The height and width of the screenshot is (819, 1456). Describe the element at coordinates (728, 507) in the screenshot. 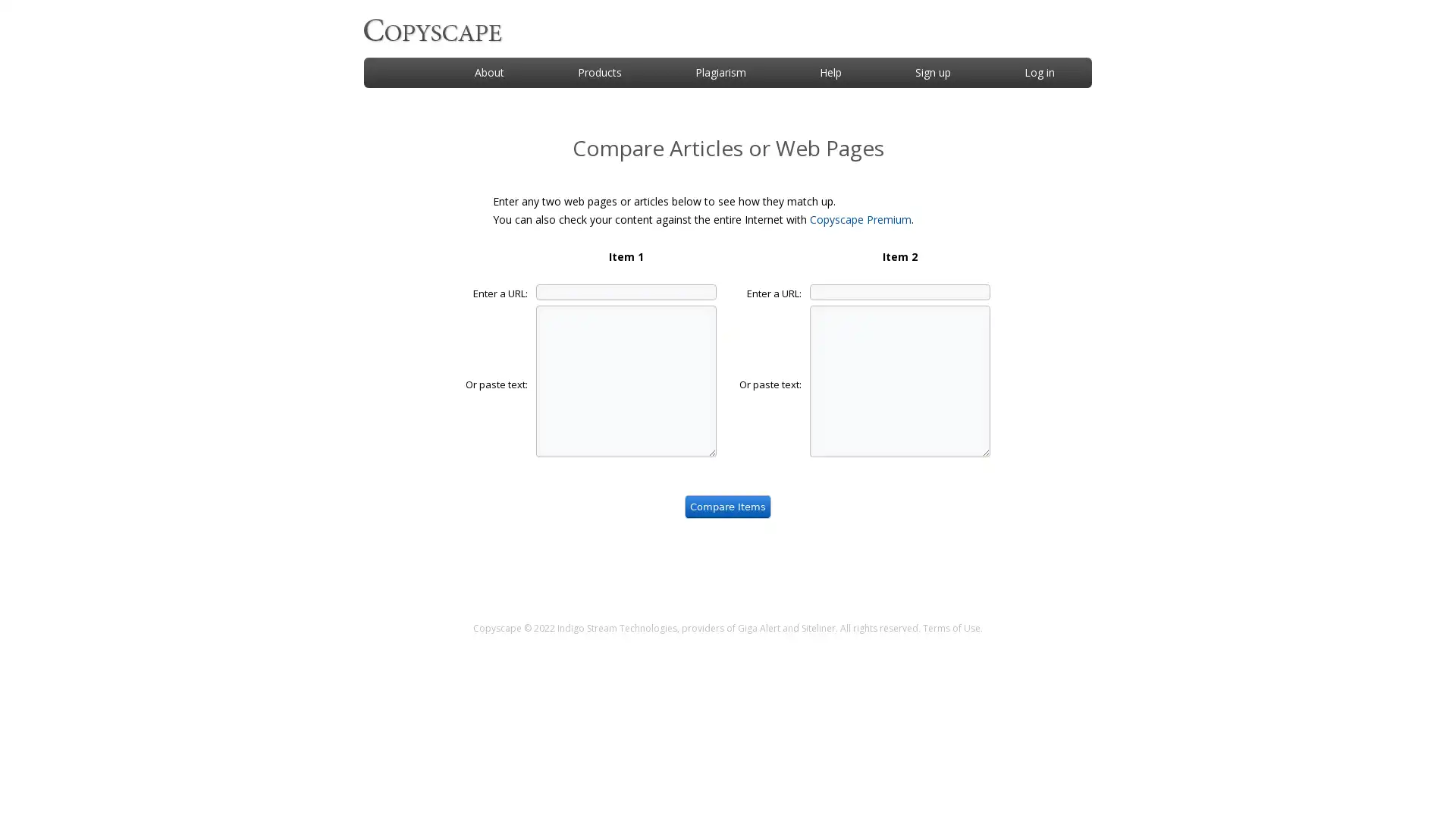

I see `Compare Items` at that location.